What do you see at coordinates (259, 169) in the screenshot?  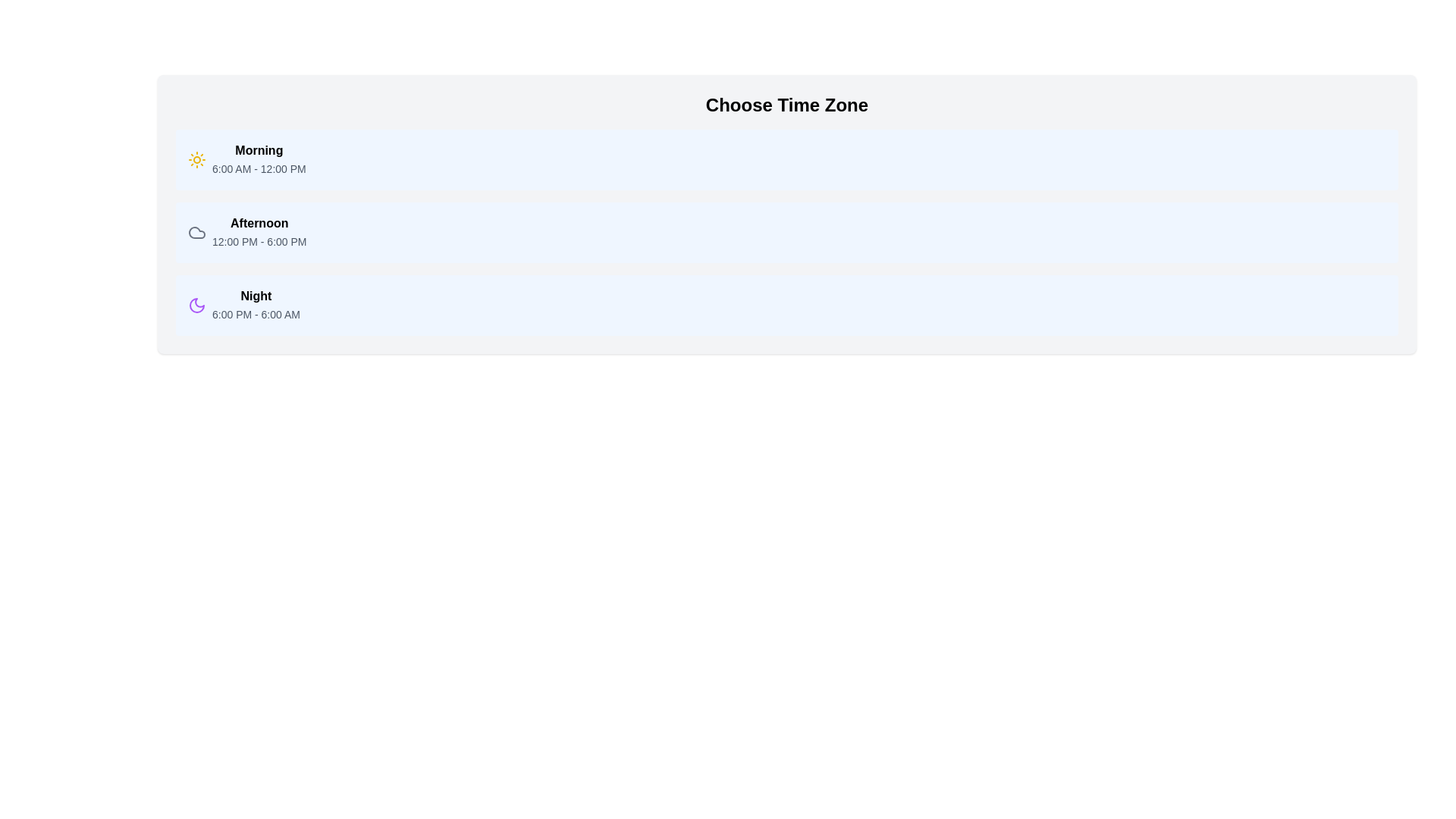 I see `the Text Label displaying the time range '6:00 AM - 12:00 PM' located beneath the 'Morning' label` at bounding box center [259, 169].